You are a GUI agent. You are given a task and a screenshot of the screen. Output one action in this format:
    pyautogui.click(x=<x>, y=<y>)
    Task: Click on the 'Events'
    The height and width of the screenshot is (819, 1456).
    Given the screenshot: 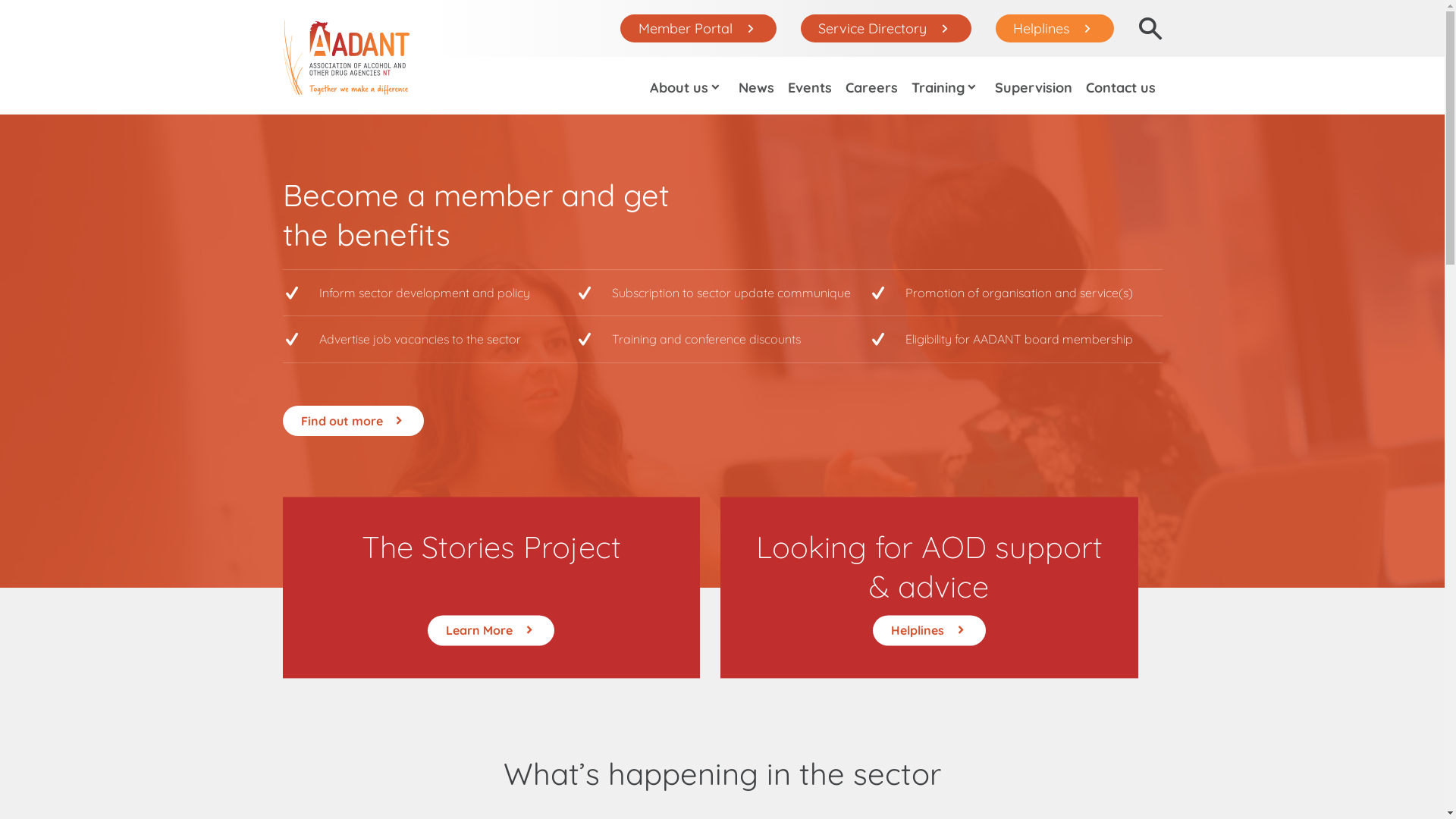 What is the action you would take?
    pyautogui.click(x=809, y=86)
    